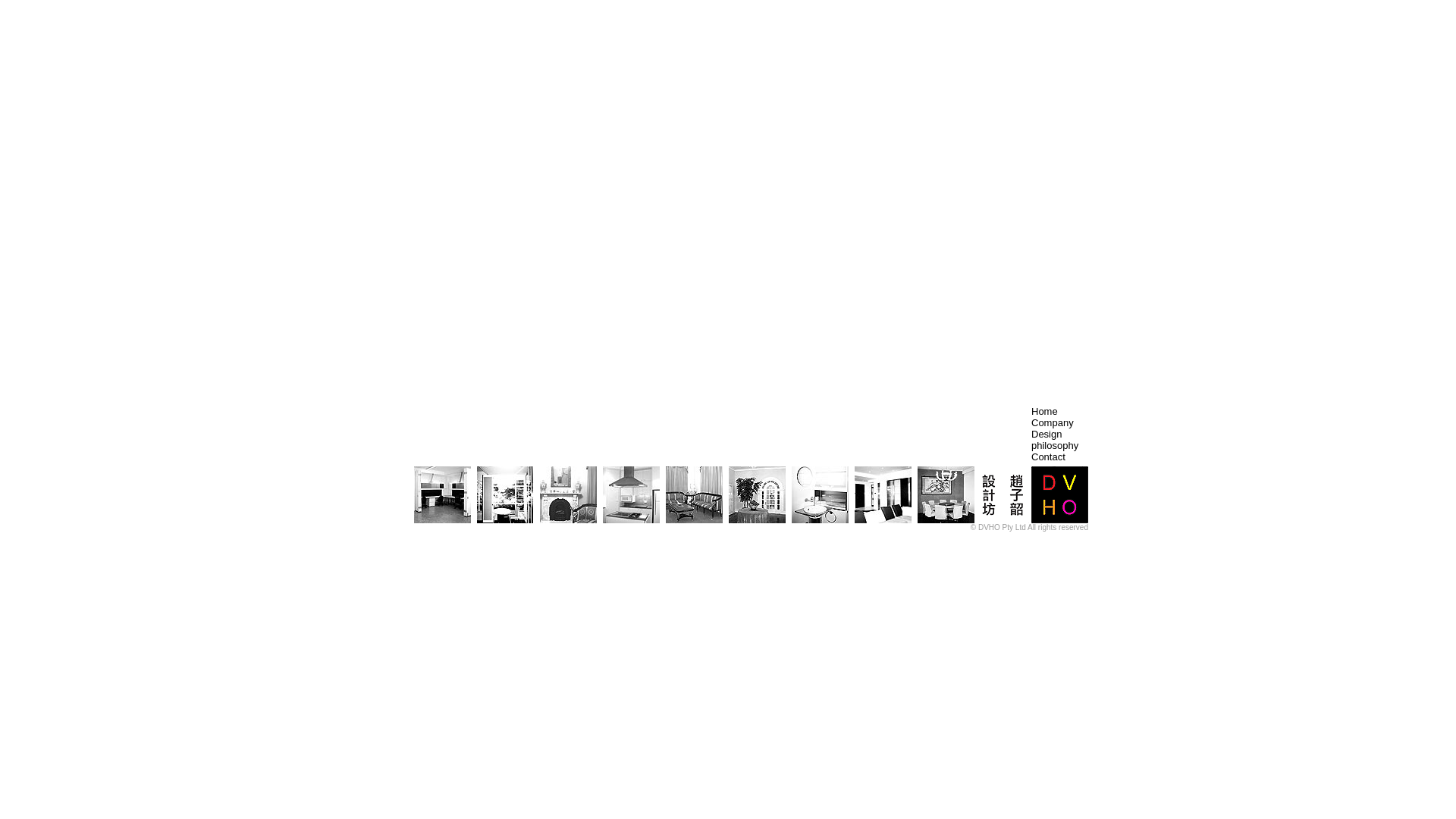 This screenshot has width=1456, height=819. Describe the element at coordinates (1047, 456) in the screenshot. I see `'Contact'` at that location.